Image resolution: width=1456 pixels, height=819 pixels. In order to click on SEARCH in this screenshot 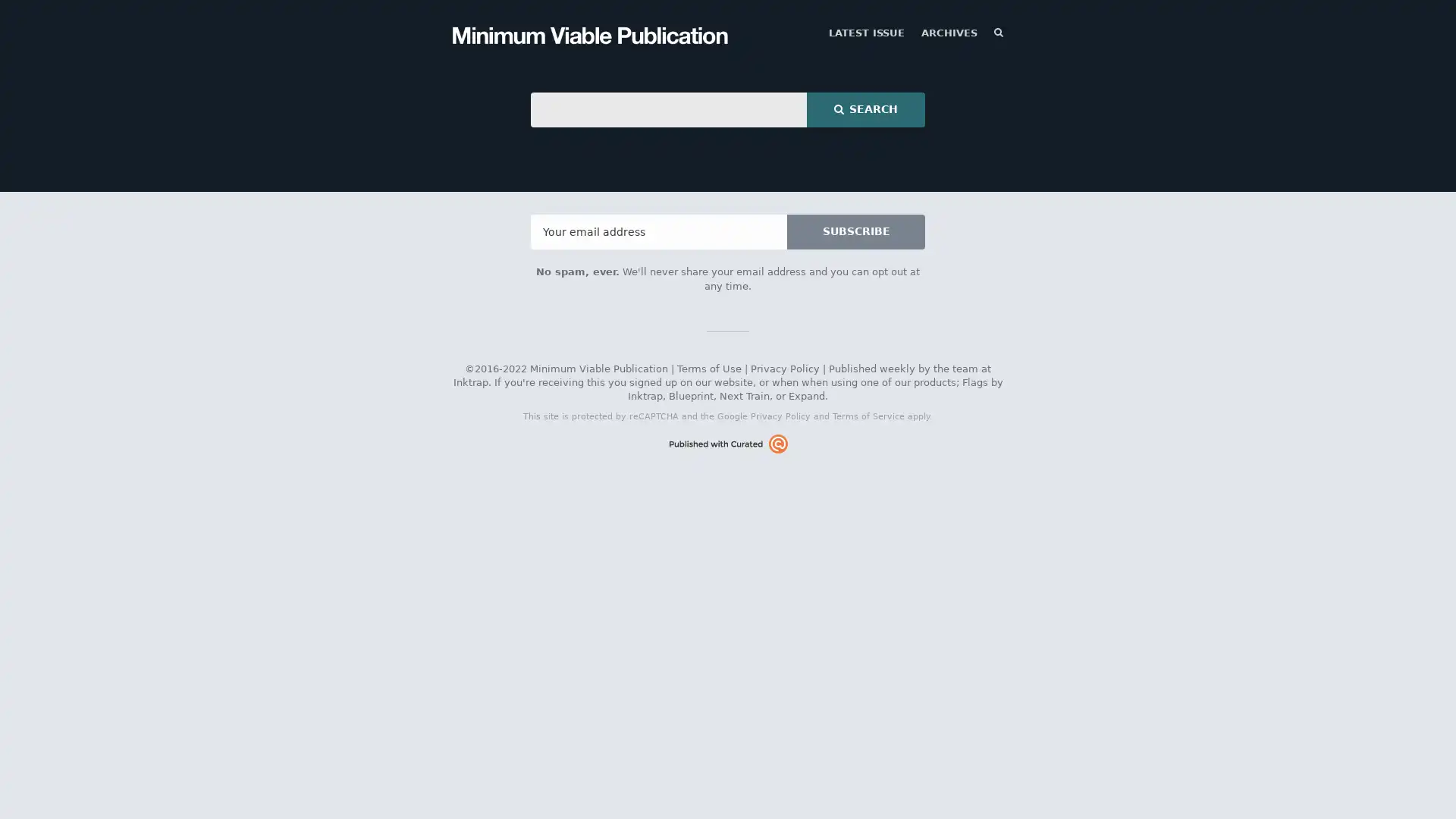, I will do `click(966, 32)`.